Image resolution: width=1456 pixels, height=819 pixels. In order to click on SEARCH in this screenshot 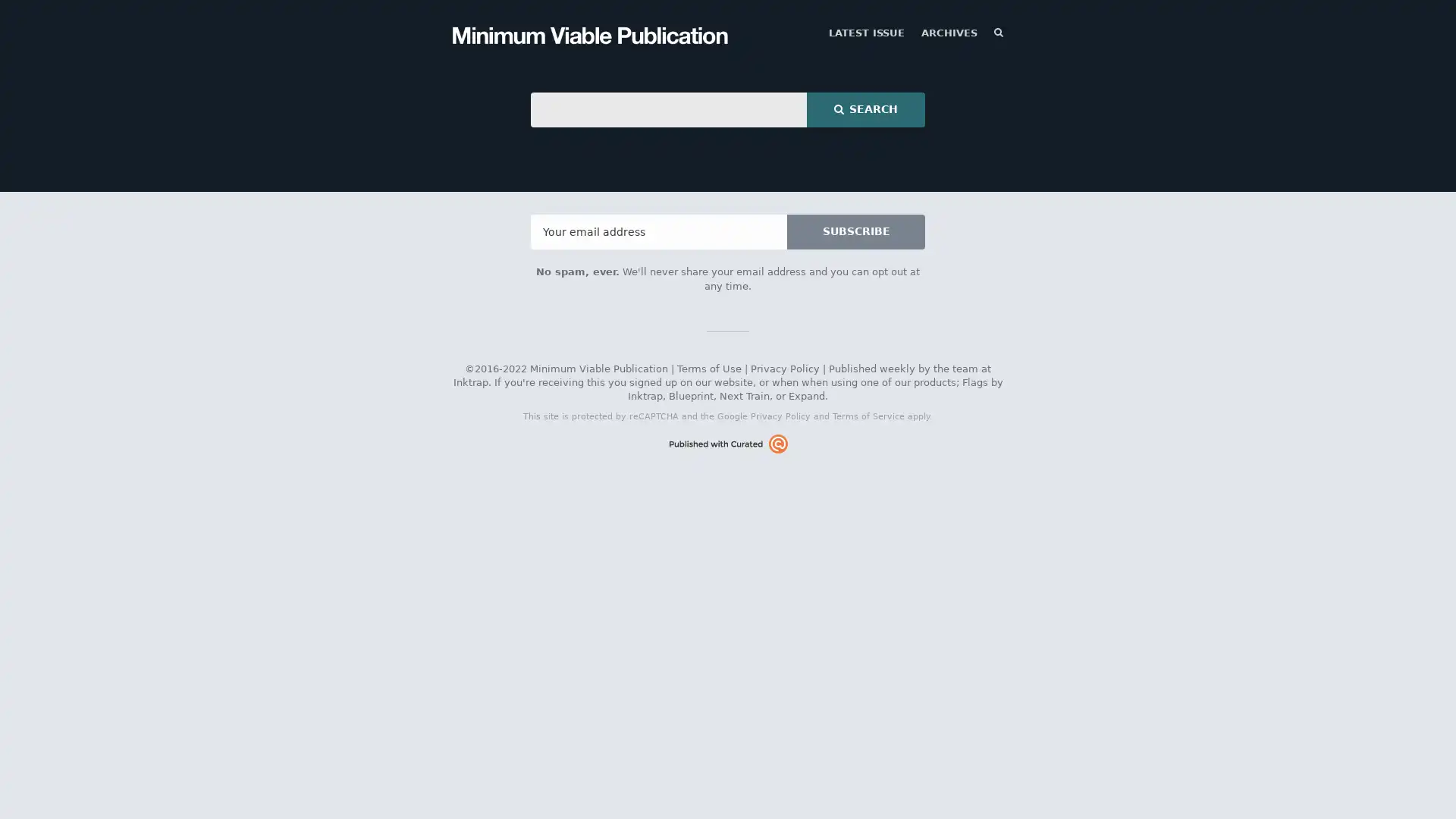, I will do `click(966, 32)`.